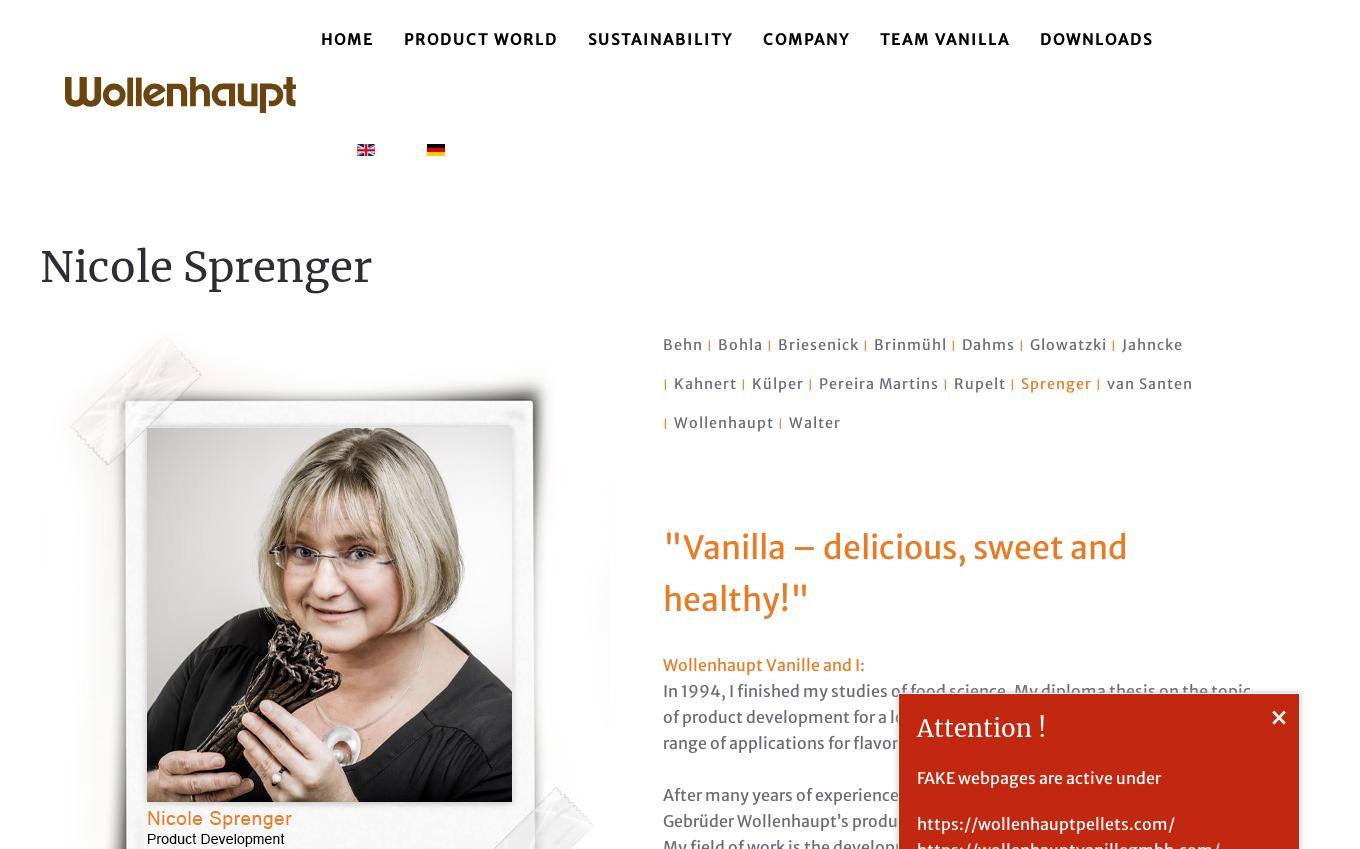 This screenshot has height=849, width=1360. What do you see at coordinates (205, 267) in the screenshot?
I see `'Nicole Sprenger'` at bounding box center [205, 267].